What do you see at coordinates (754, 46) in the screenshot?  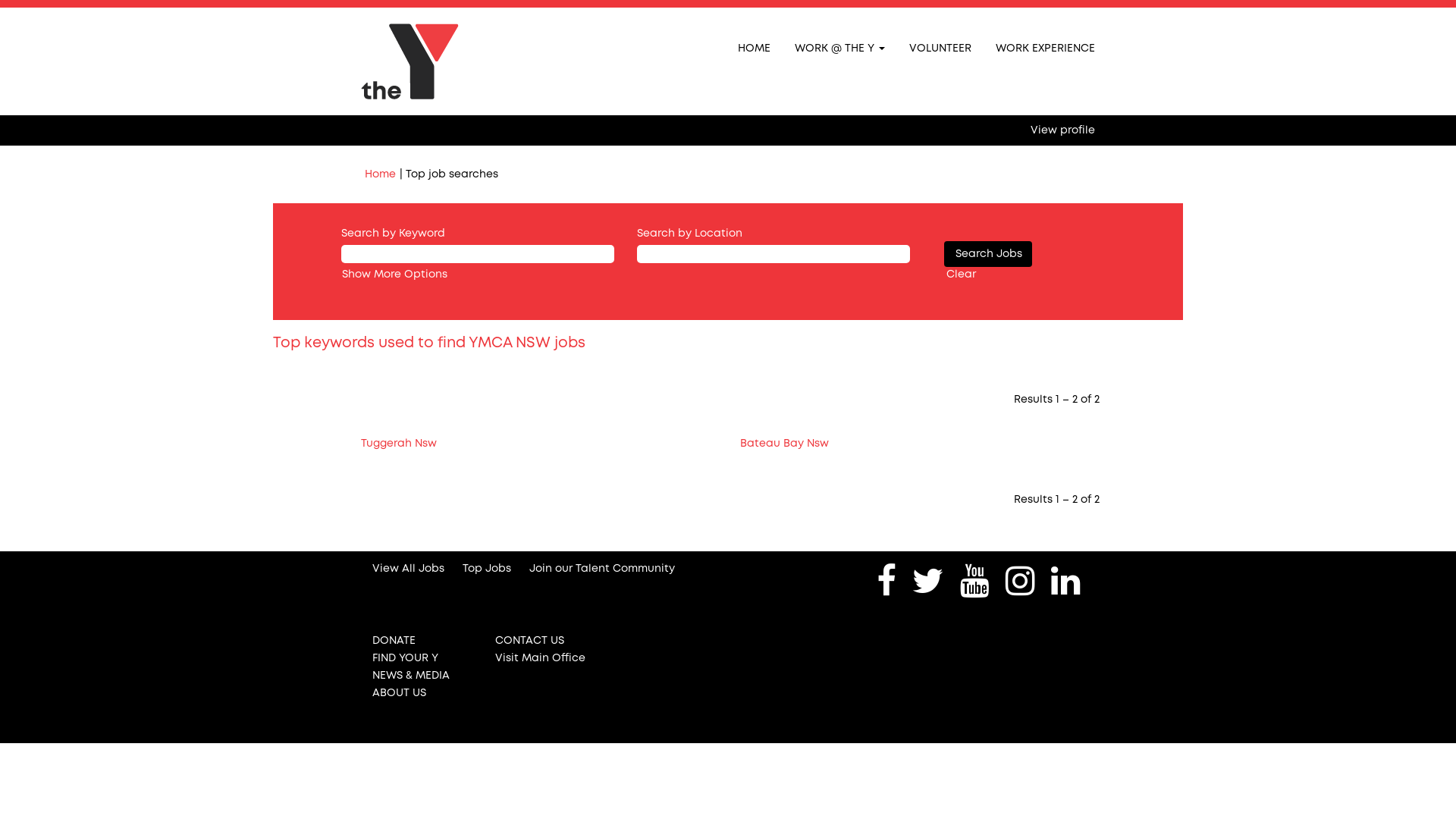 I see `'HOME'` at bounding box center [754, 46].